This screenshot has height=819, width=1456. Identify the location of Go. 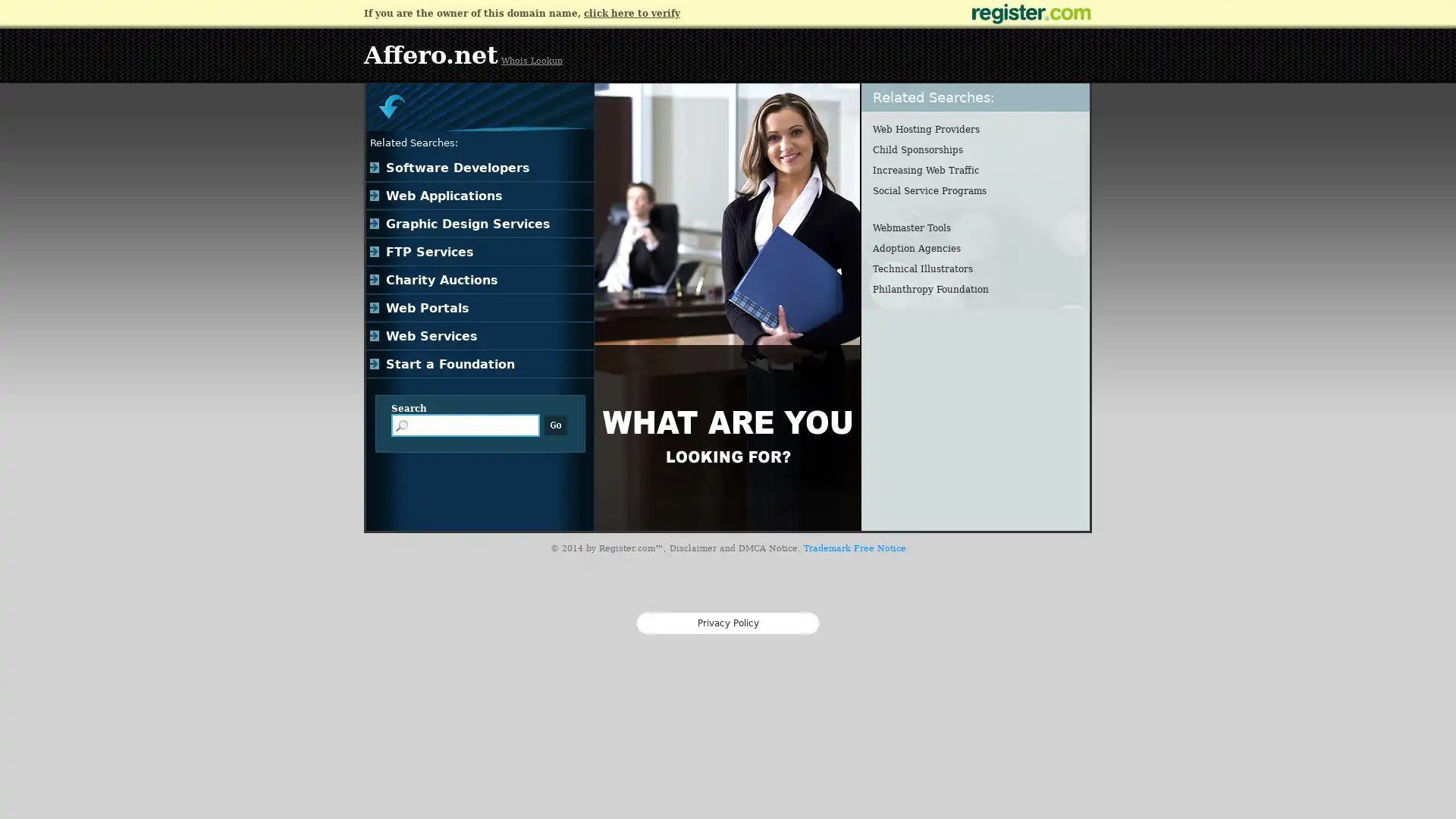
(555, 425).